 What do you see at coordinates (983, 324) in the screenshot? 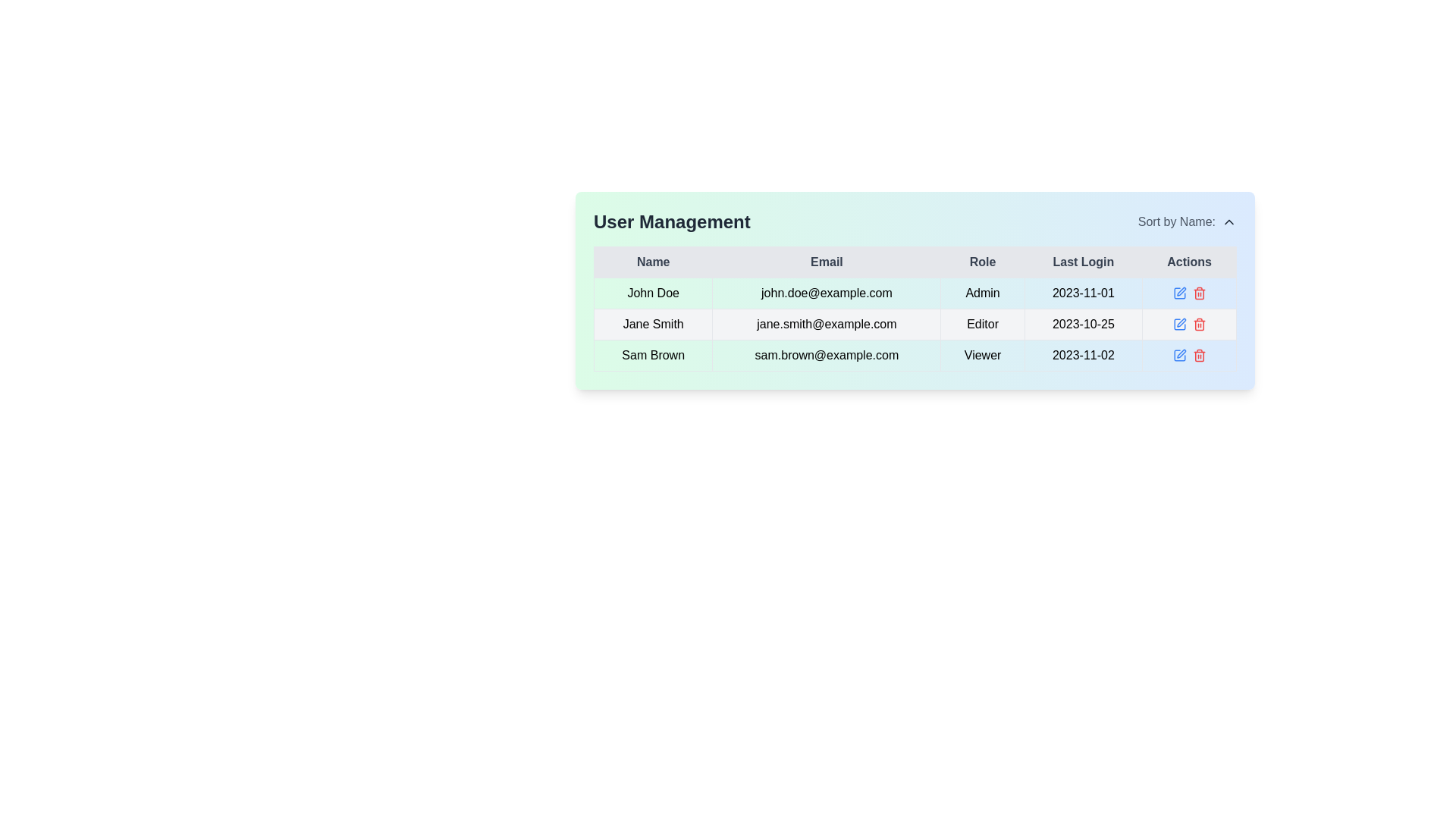
I see `the non-interactive text label displaying the role of the user 'Jane Smith' in the user management table, located in the third column of the second row` at bounding box center [983, 324].